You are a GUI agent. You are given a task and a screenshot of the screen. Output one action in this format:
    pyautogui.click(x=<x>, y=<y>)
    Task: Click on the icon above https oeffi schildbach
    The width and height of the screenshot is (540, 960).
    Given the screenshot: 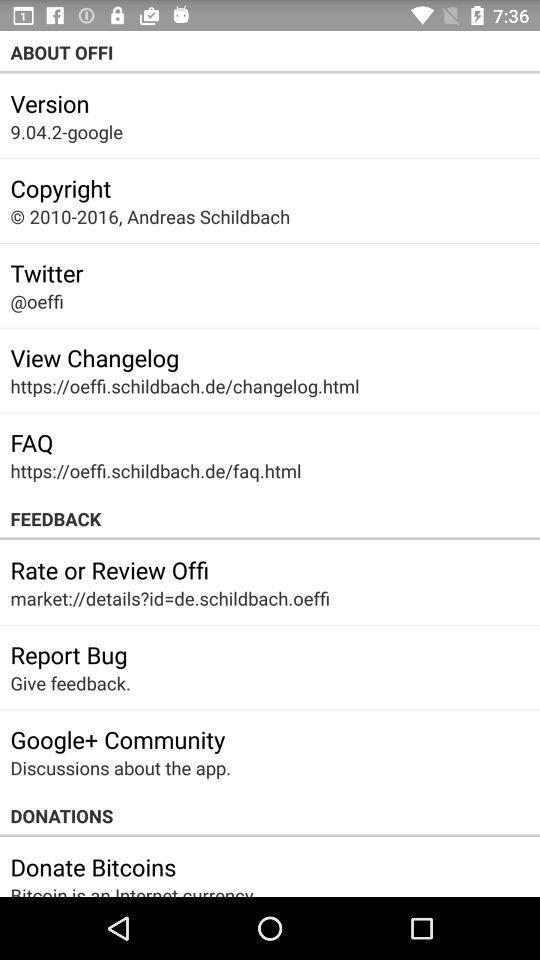 What is the action you would take?
    pyautogui.click(x=93, y=357)
    